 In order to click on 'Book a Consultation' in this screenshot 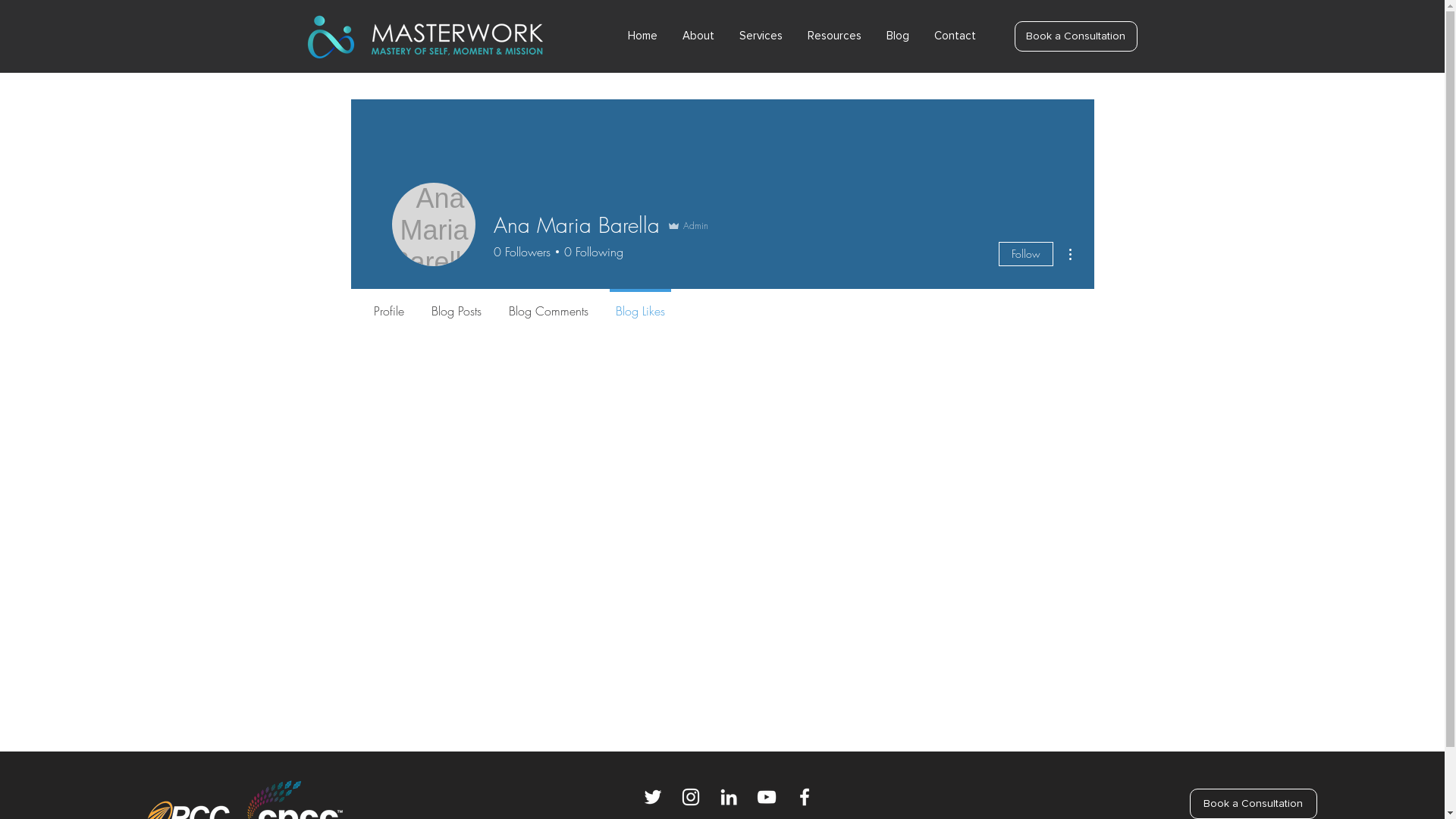, I will do `click(1015, 35)`.